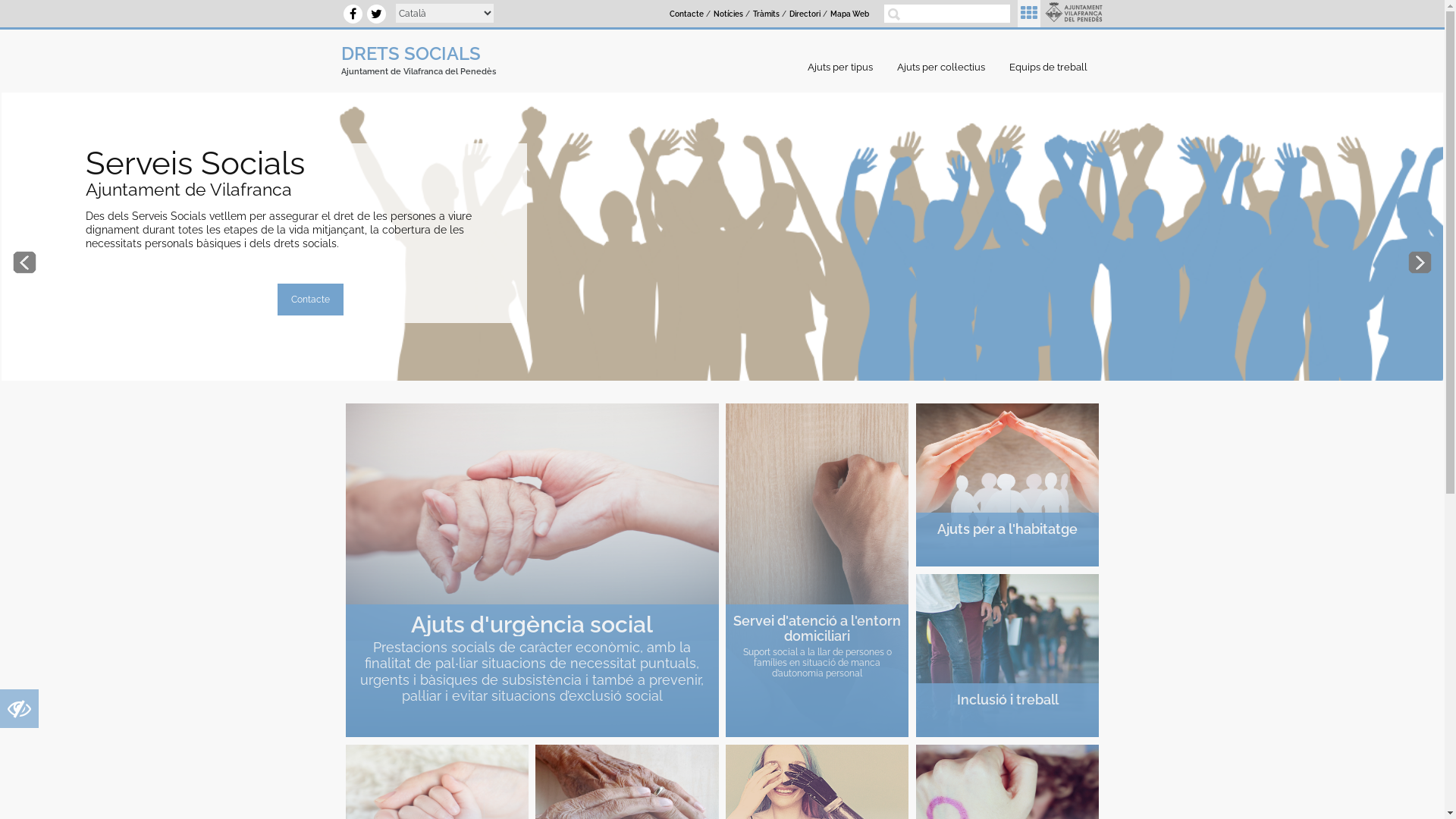 The width and height of the screenshot is (1456, 819). I want to click on 'Contacte', so click(686, 14).